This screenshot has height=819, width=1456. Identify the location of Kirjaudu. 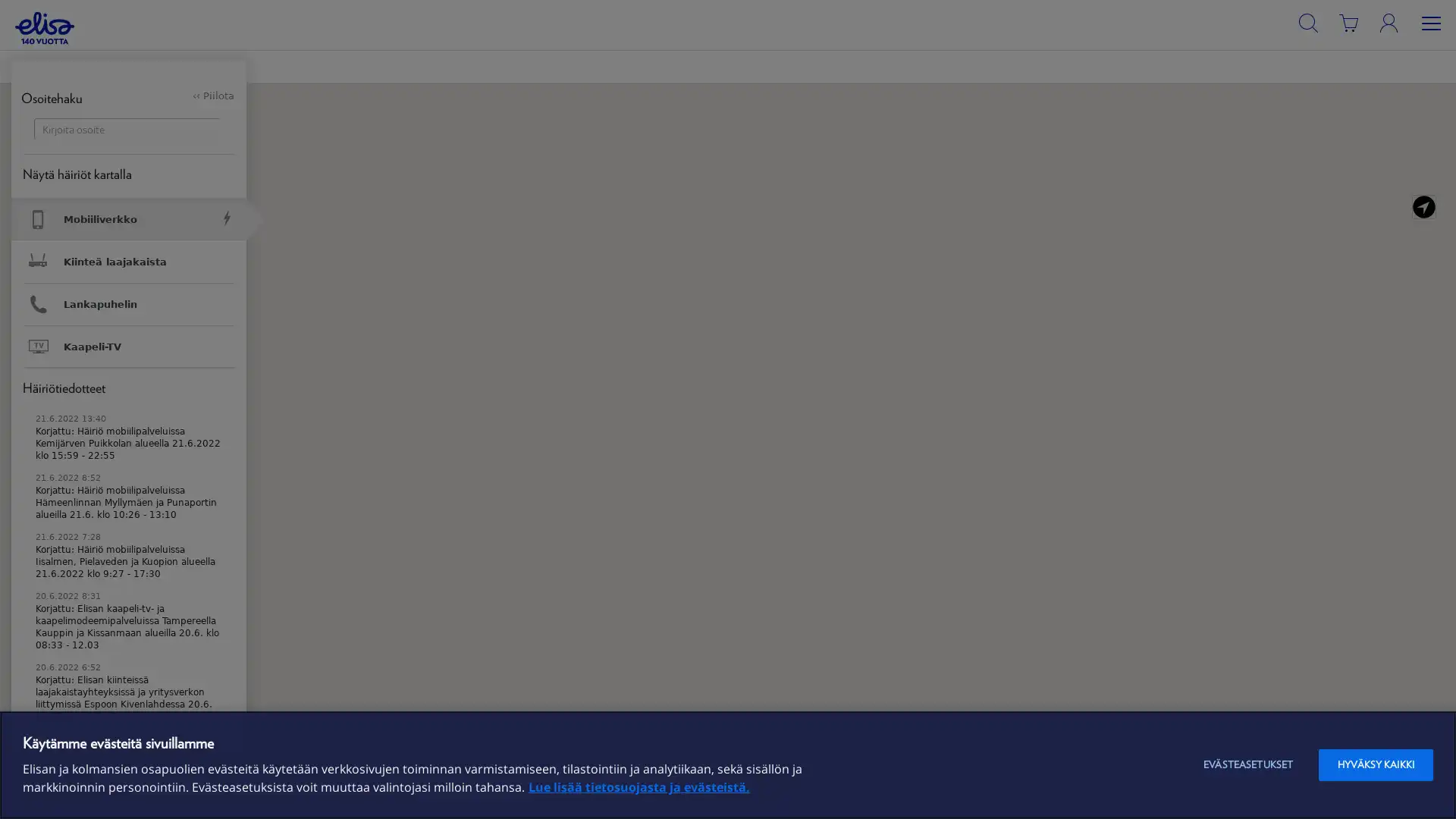
(1410, 54).